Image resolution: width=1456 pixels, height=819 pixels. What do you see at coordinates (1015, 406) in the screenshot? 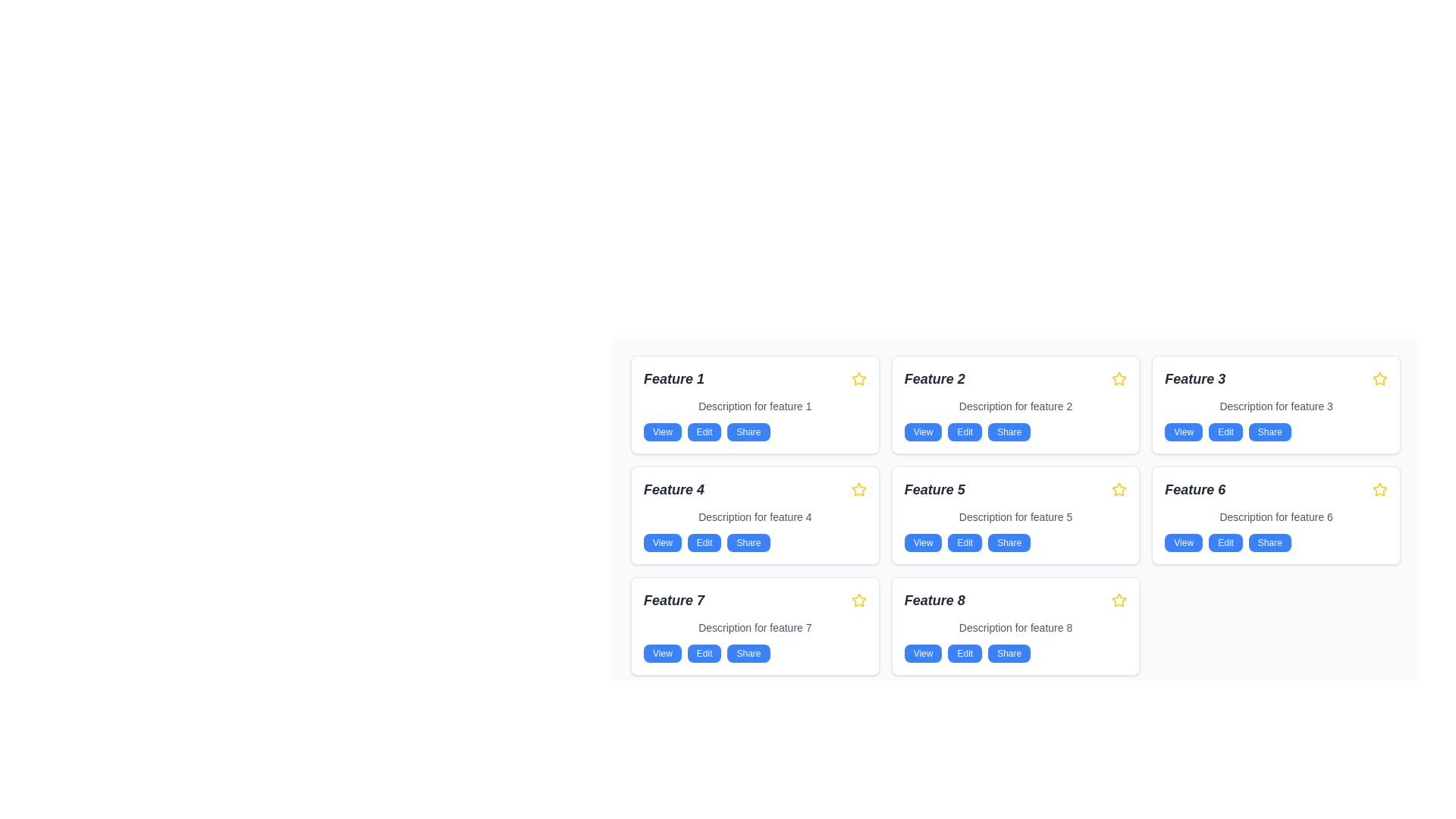
I see `text label that describes 'Feature 2', located below the title text and above the action buttons in its feature card` at bounding box center [1015, 406].